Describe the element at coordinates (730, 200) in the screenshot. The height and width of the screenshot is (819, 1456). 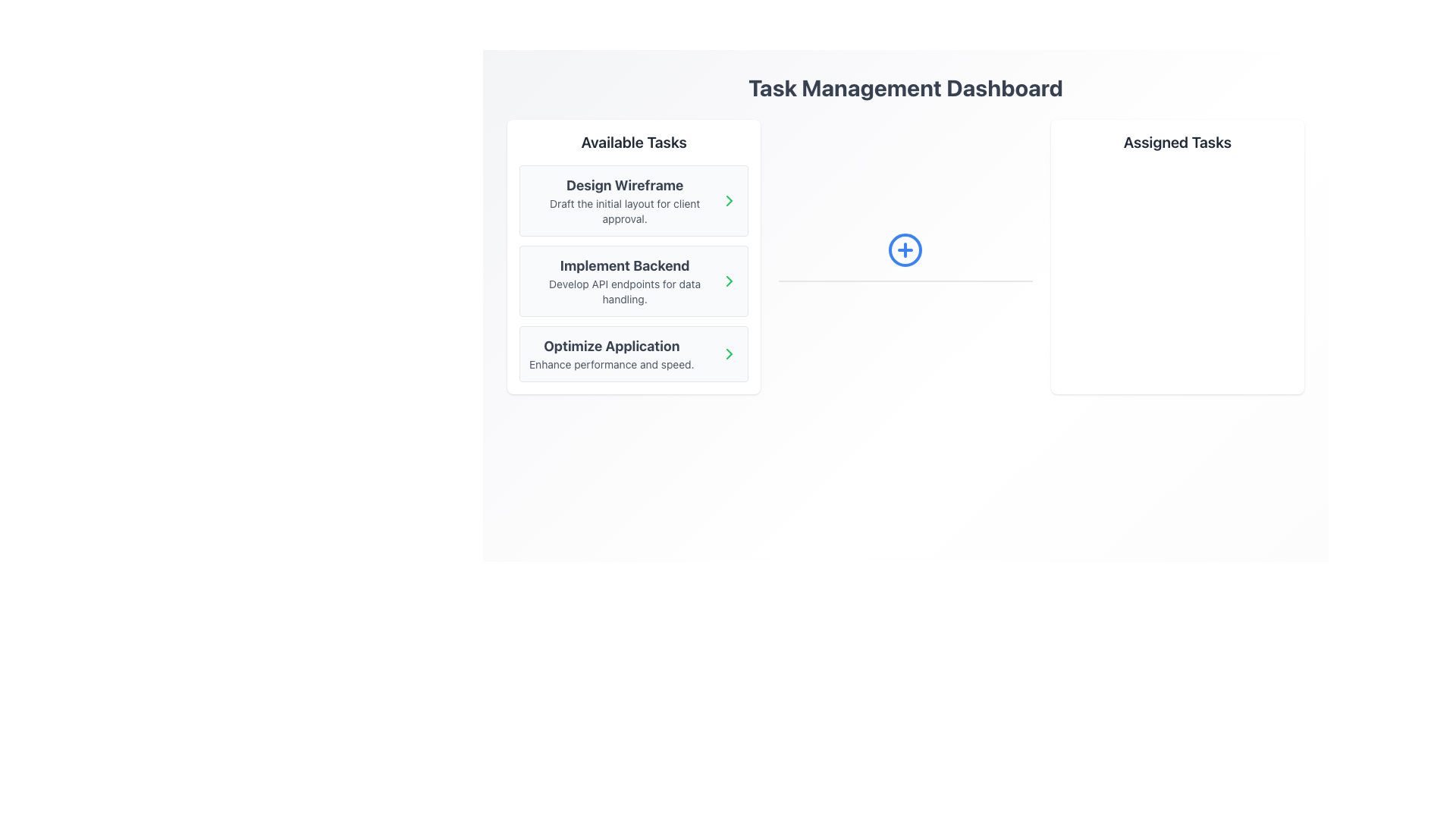
I see `the interactive icon located at the rightmost edge of the 'Design Wireframe' task card in the 'Available Tasks' section to change its color` at that location.